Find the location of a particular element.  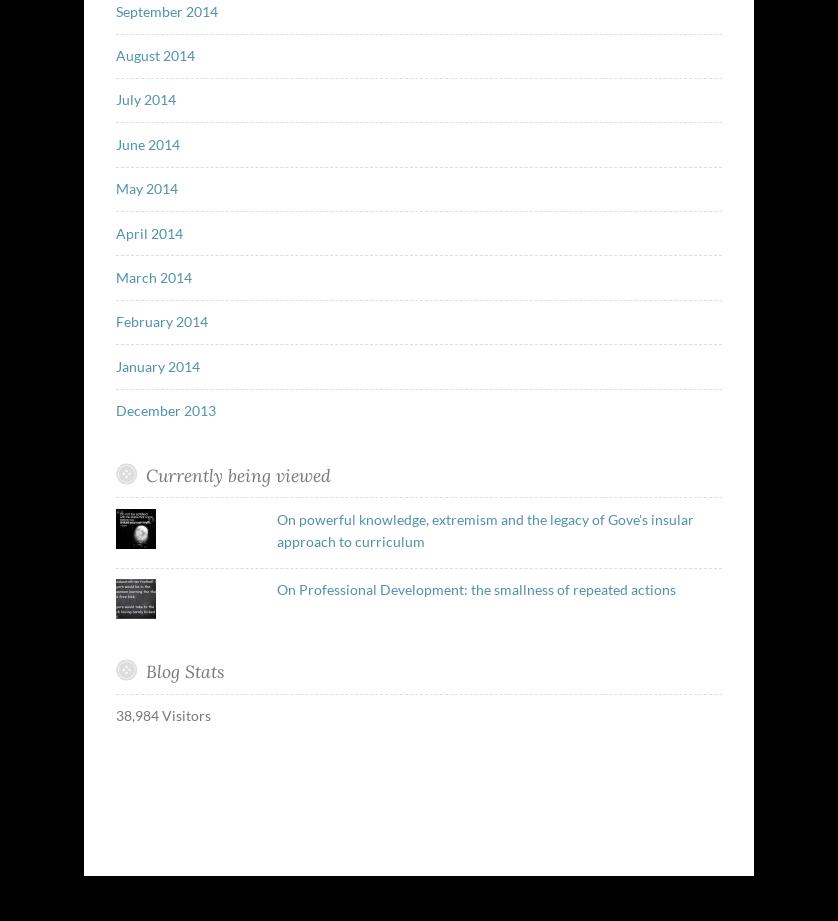

'July 2014' is located at coordinates (144, 99).